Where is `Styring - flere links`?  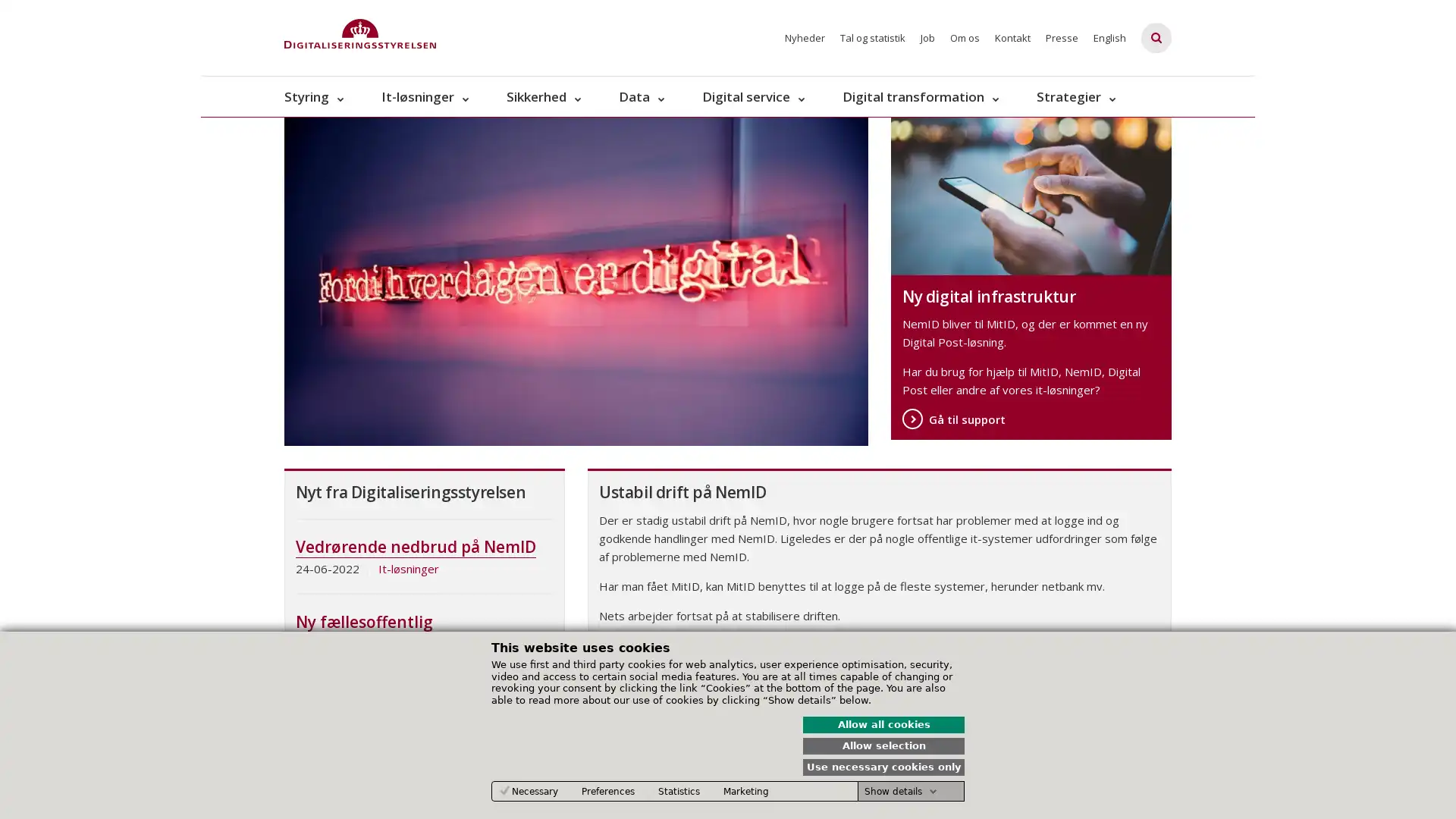 Styring - flere links is located at coordinates (339, 97).